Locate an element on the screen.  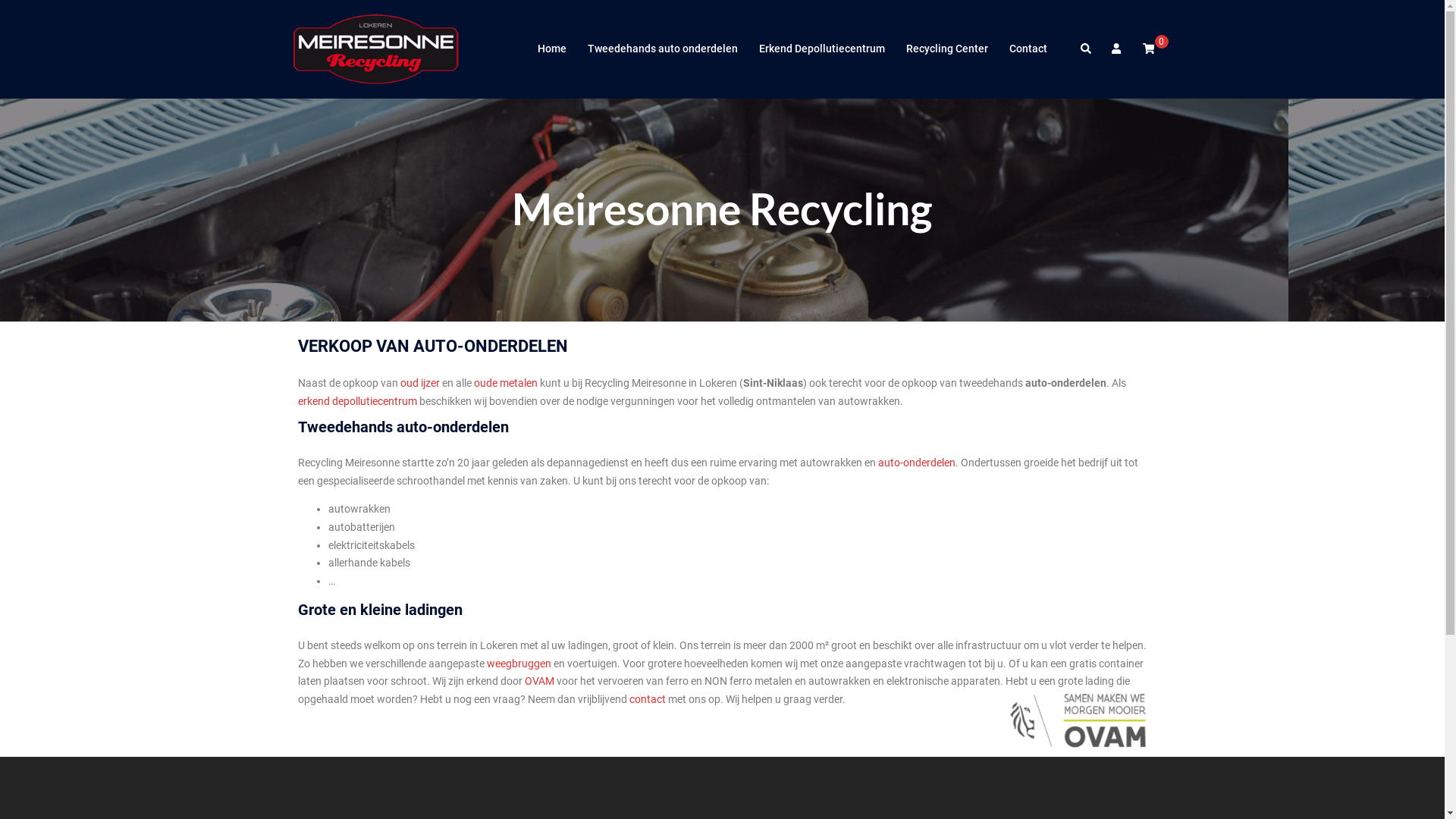
'Recycling Center' is located at coordinates (946, 49).